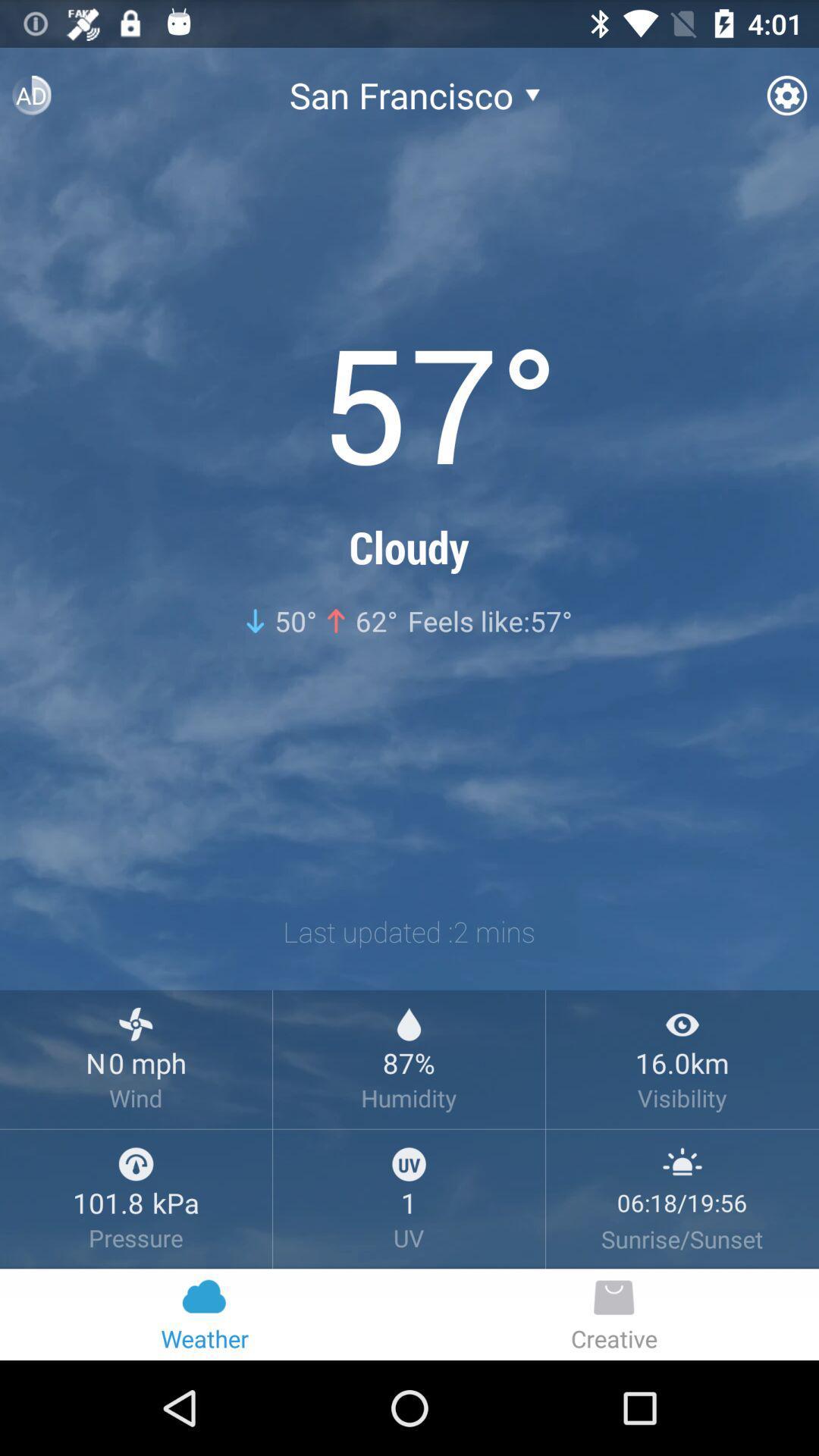 The image size is (819, 1456). Describe the element at coordinates (774, 92) in the screenshot. I see `the settings icon` at that location.